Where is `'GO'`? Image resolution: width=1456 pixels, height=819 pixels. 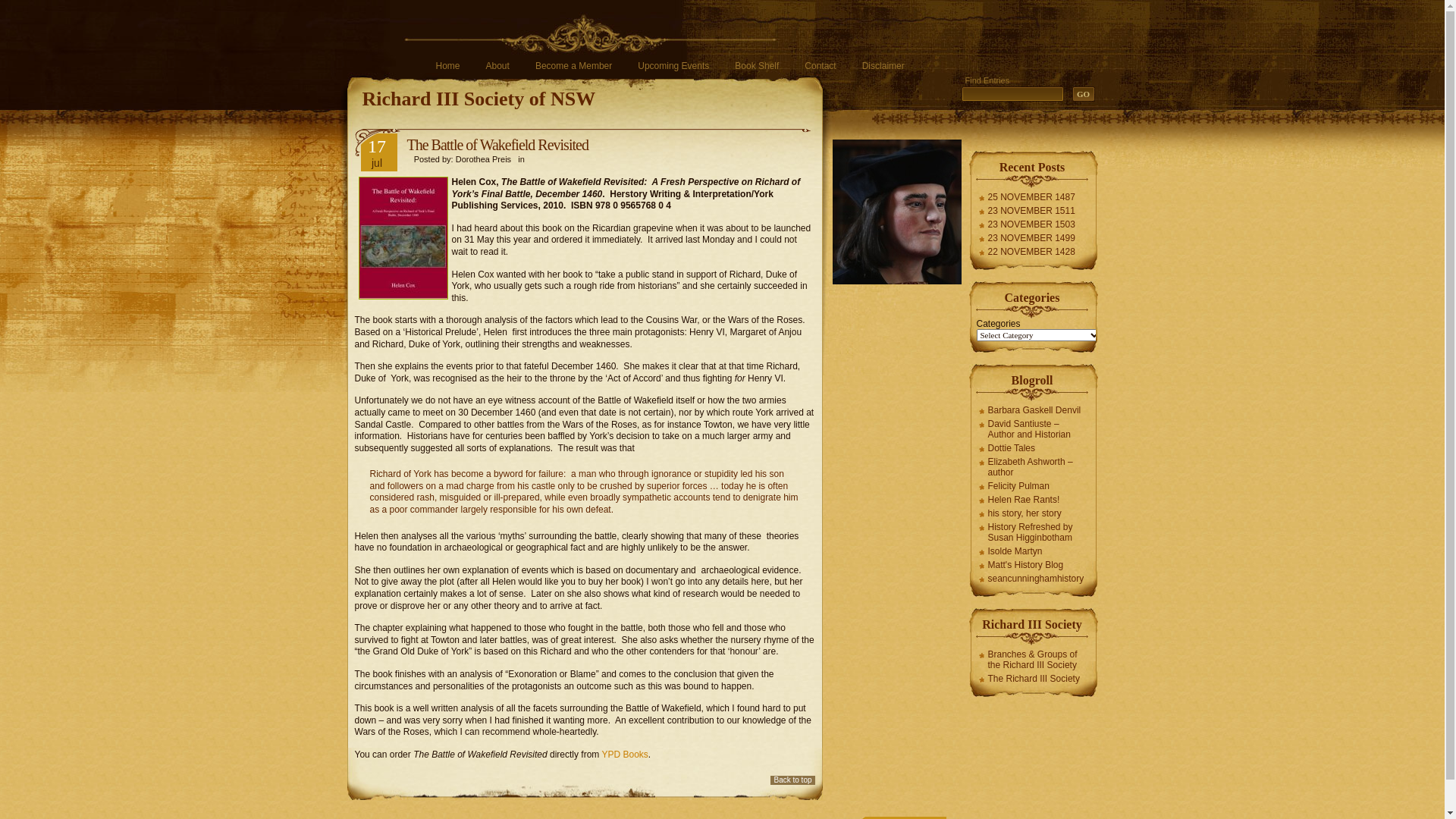 'GO' is located at coordinates (1083, 93).